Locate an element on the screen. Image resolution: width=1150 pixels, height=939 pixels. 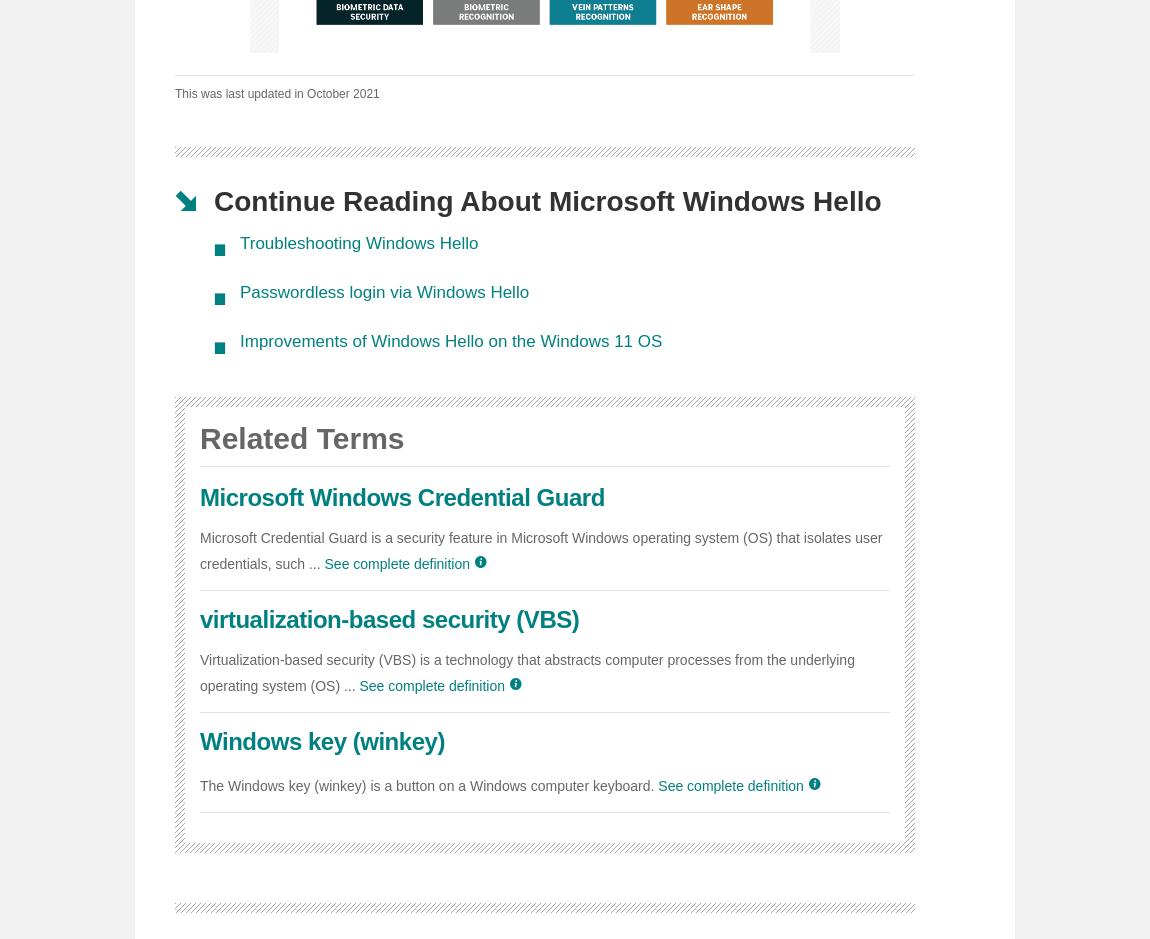
'Virtualization-based security (VBS) is a technology that abstracts computer processes from the underlying operating system (OS) ...' is located at coordinates (527, 672).